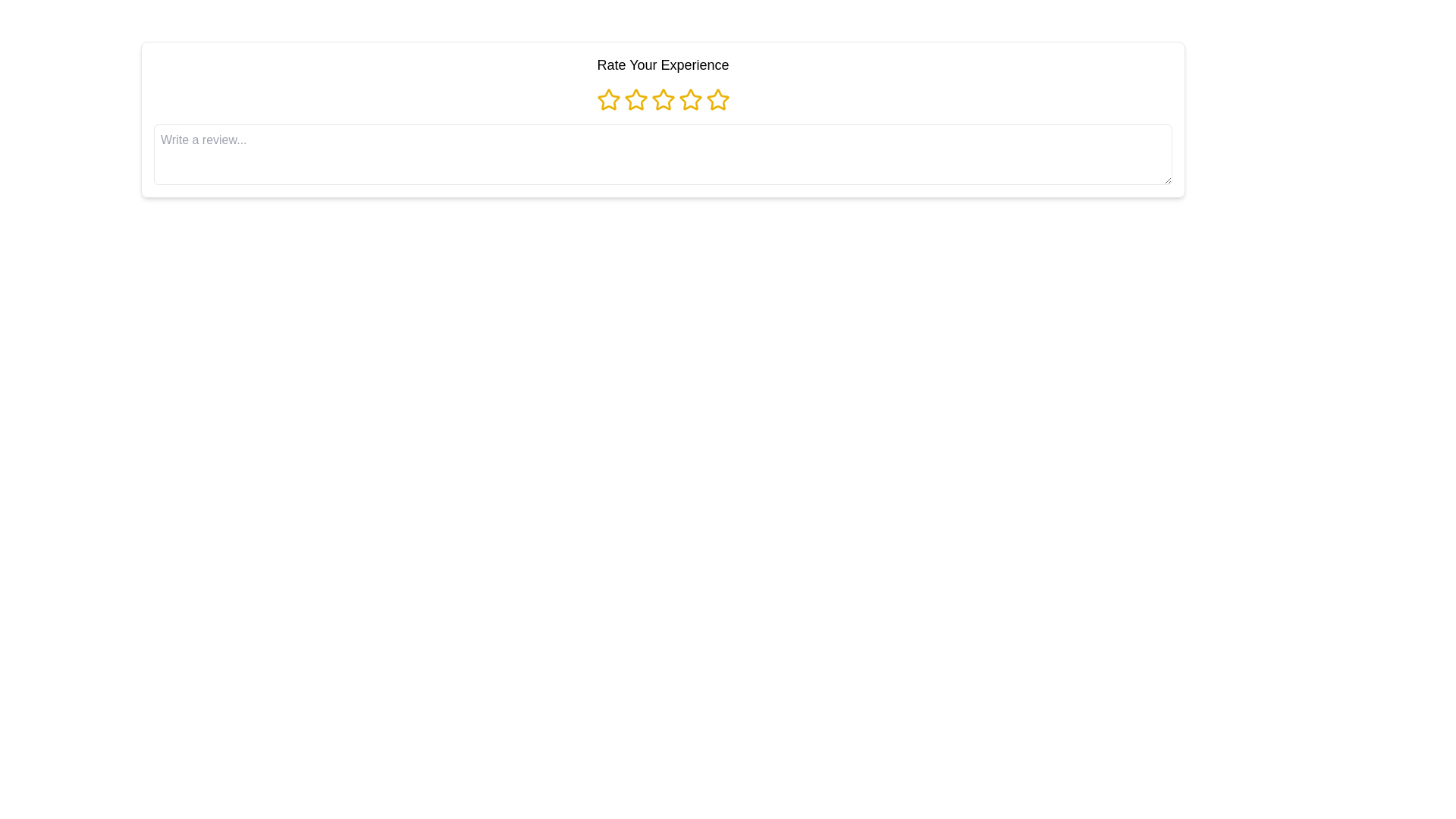  I want to click on the third filled yellow star icon in the rating component located centrally below the heading 'Rate Your Experience' to rate it, so click(663, 99).